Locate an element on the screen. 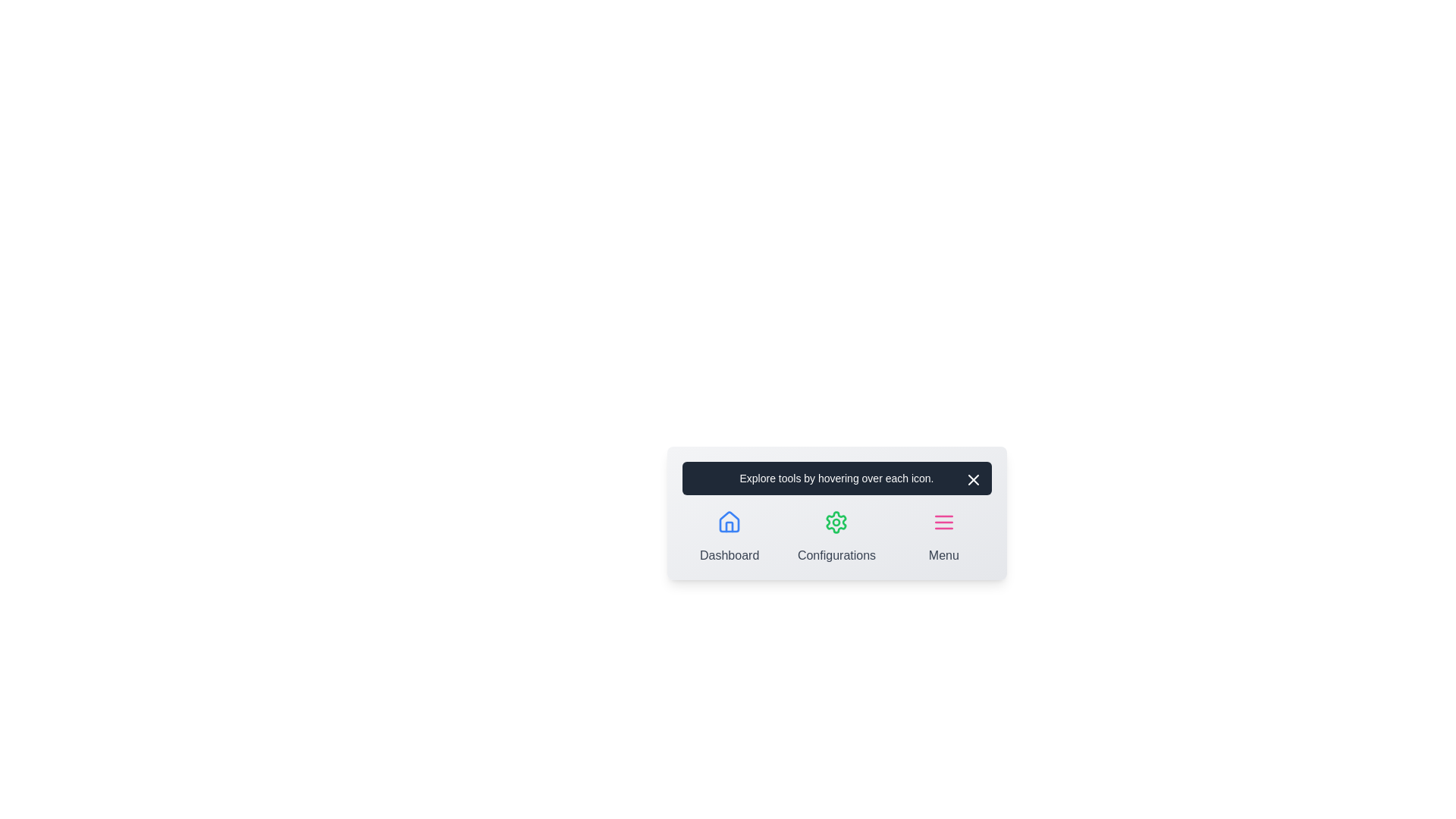 This screenshot has width=1456, height=819. the 'Configurations' icon in the horizontal navigation menu, which is represented by a green gear labeled 'Configurations.' is located at coordinates (836, 534).